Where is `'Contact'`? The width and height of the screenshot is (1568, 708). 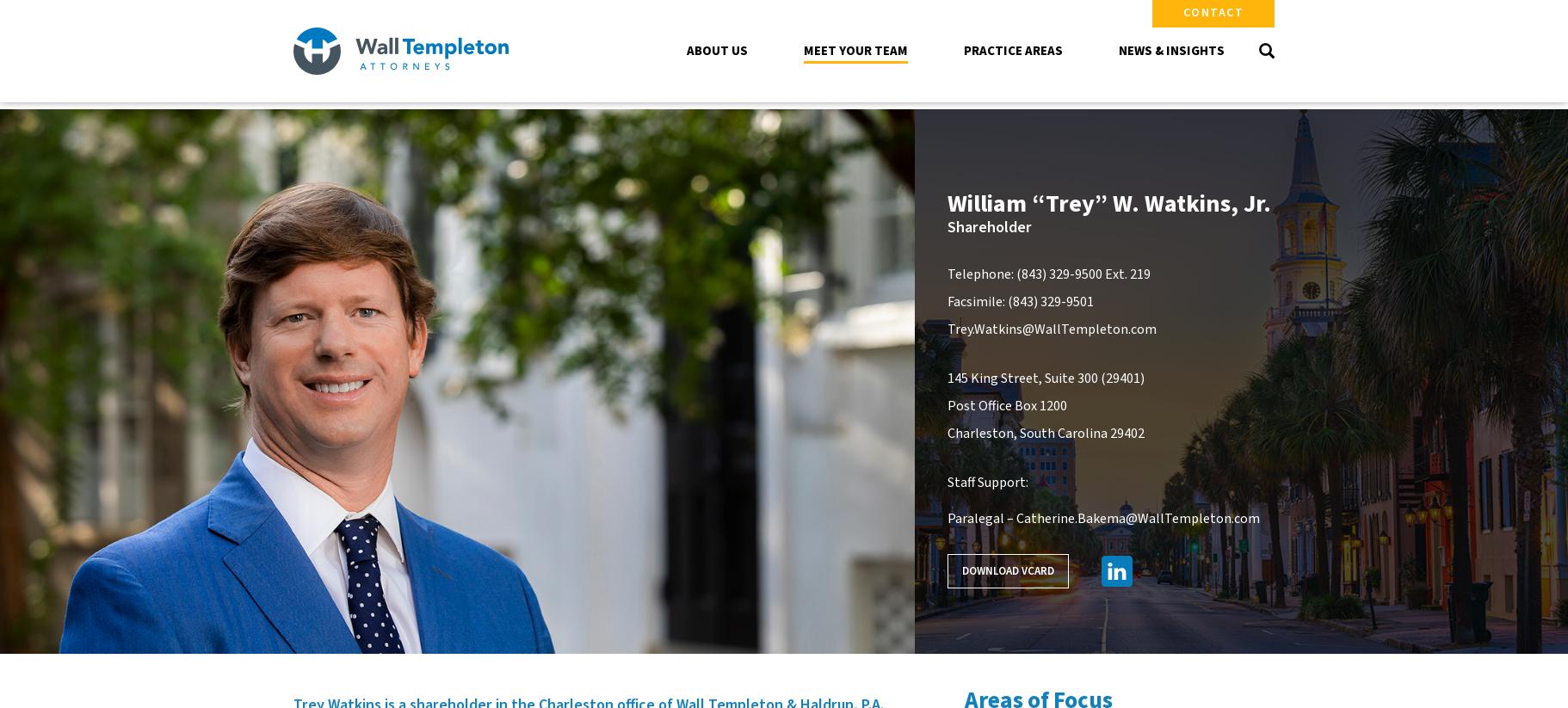
'Contact' is located at coordinates (1213, 11).